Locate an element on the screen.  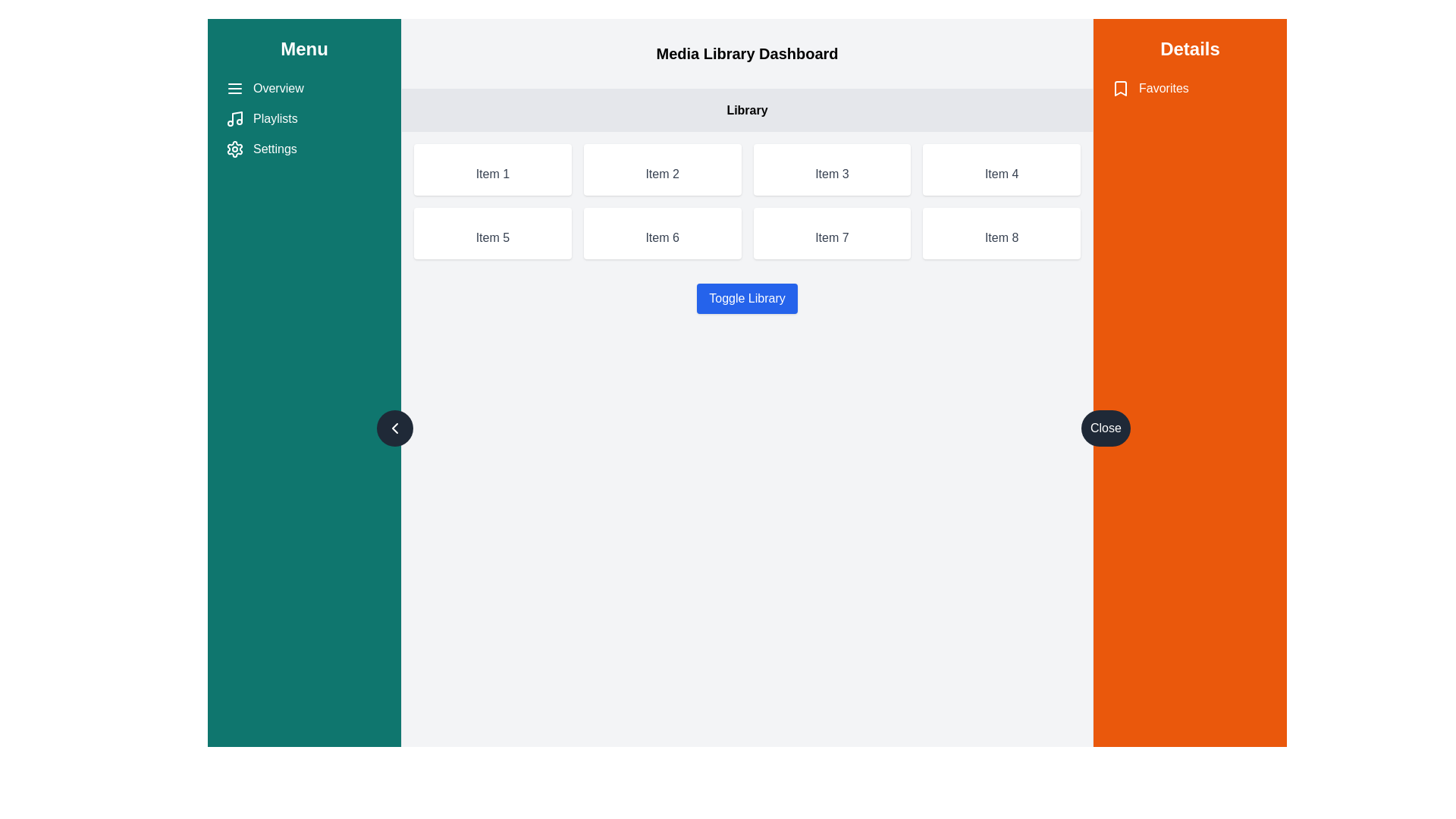
the 'Library' section heading label located below 'Media Library Dashboard' is located at coordinates (747, 110).